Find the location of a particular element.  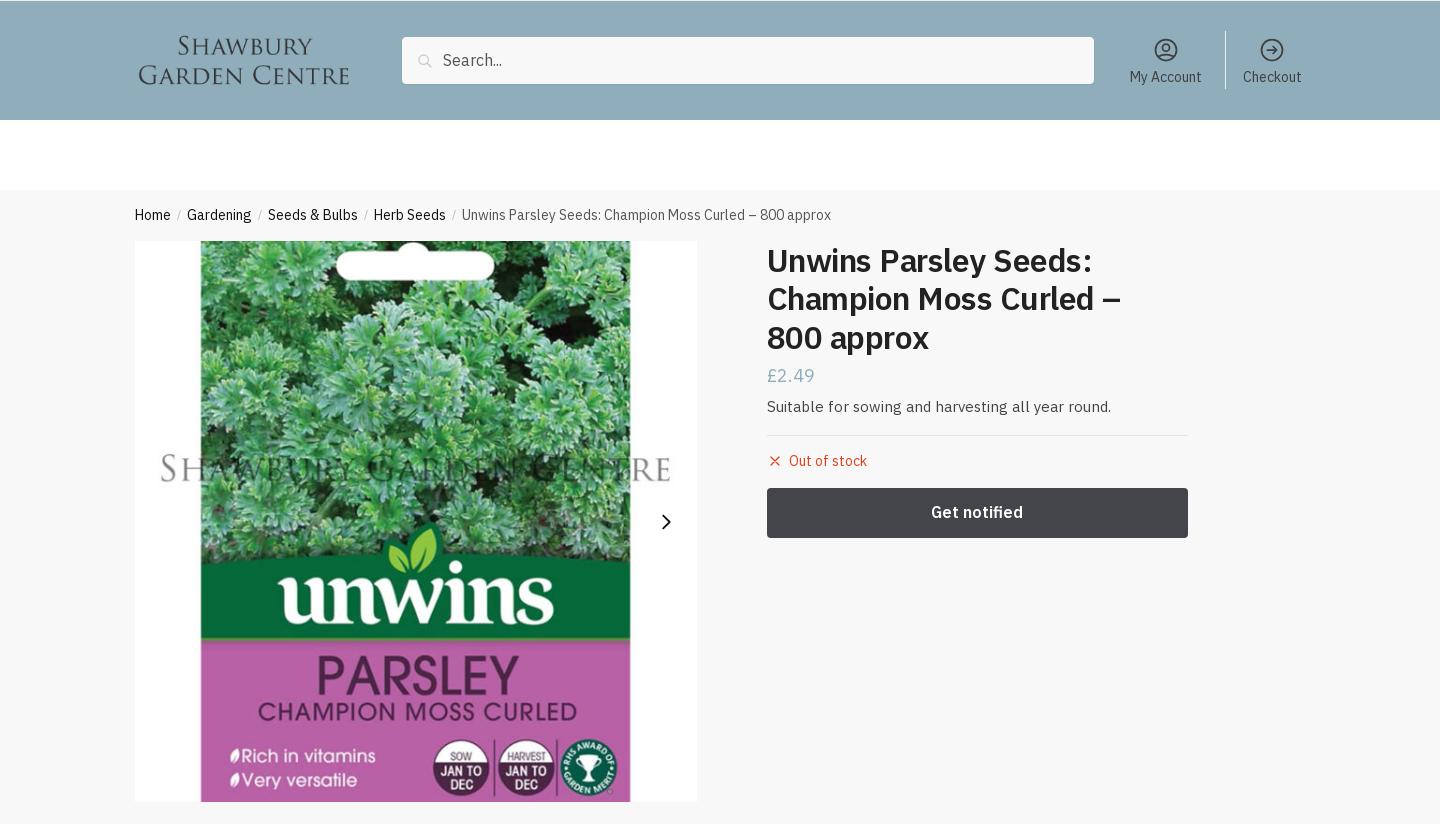

'Gardening' is located at coordinates (170, 29).